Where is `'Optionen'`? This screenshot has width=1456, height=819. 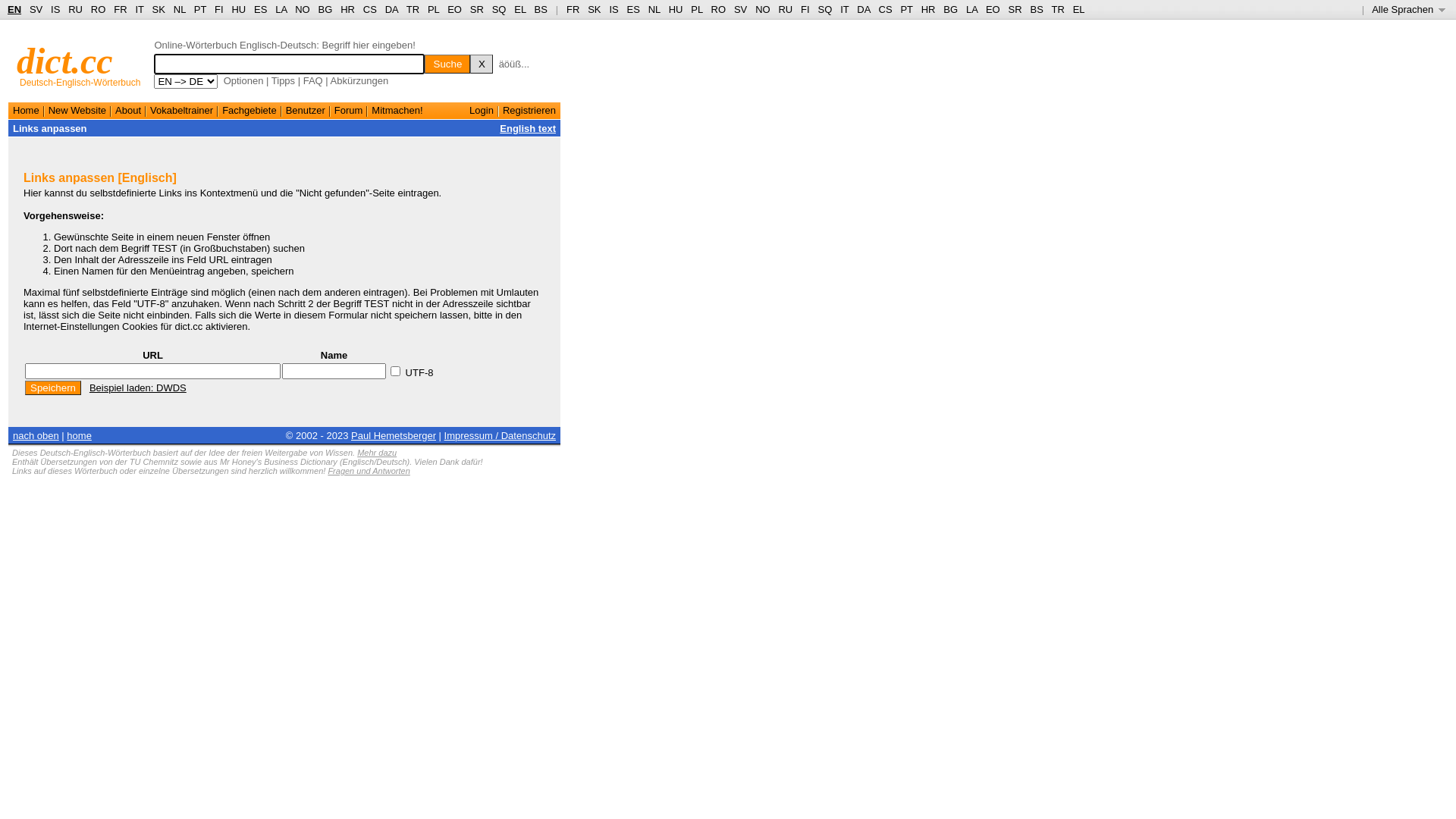 'Optionen' is located at coordinates (243, 80).